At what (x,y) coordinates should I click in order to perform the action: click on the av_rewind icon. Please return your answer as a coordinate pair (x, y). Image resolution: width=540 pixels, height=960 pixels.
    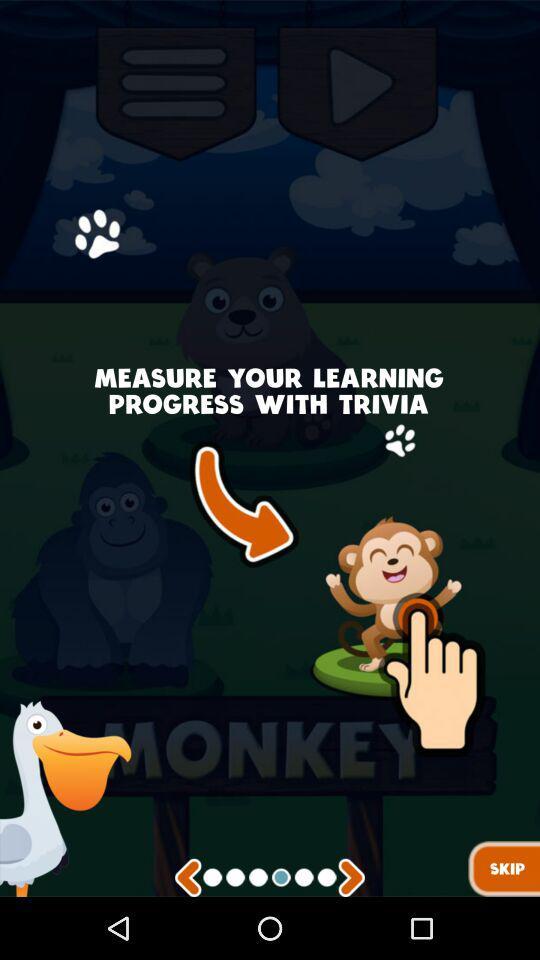
    Looking at the image, I should click on (188, 939).